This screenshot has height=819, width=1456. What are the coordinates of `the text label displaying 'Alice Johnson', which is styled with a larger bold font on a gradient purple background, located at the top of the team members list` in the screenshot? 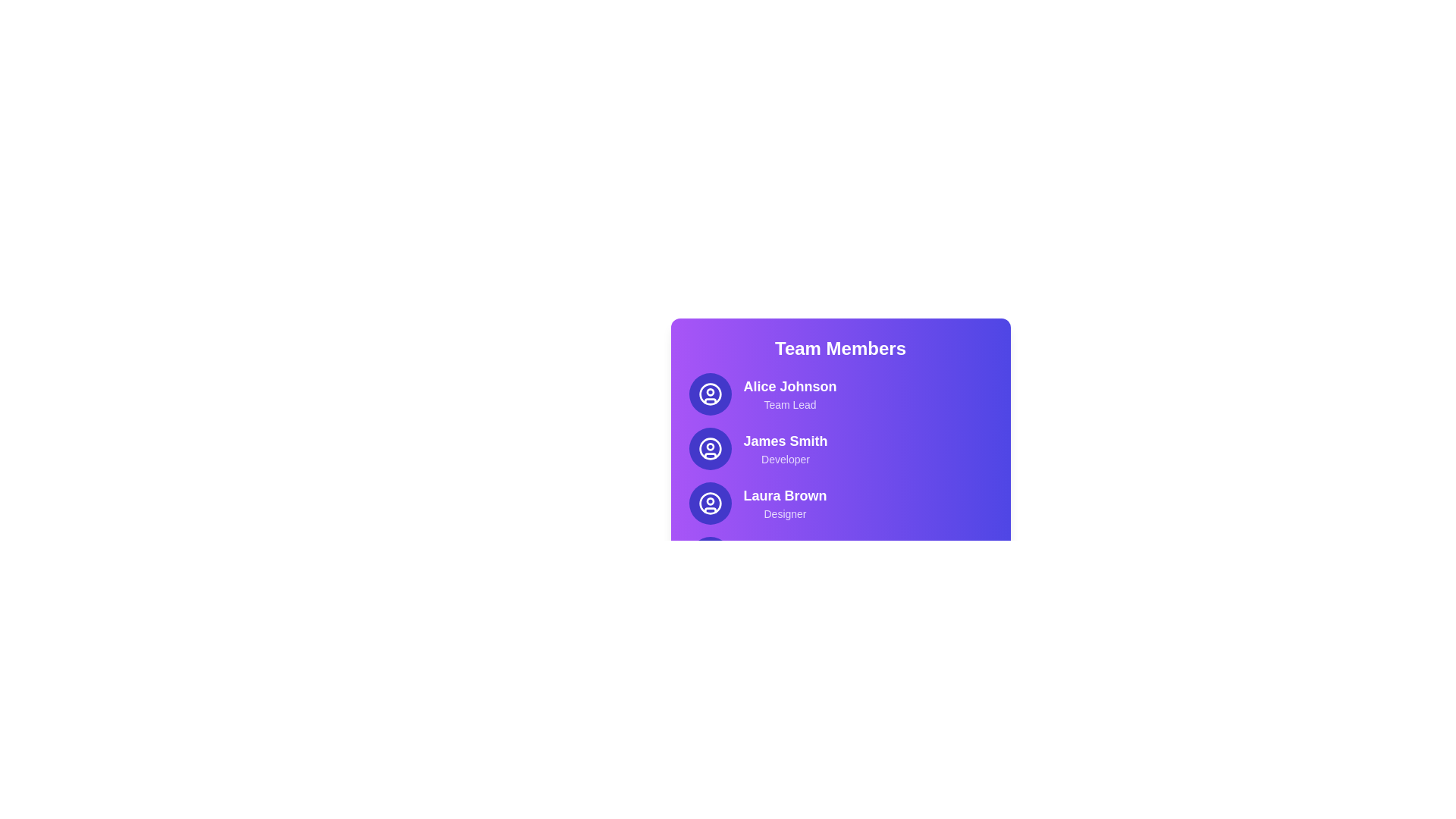 It's located at (789, 385).